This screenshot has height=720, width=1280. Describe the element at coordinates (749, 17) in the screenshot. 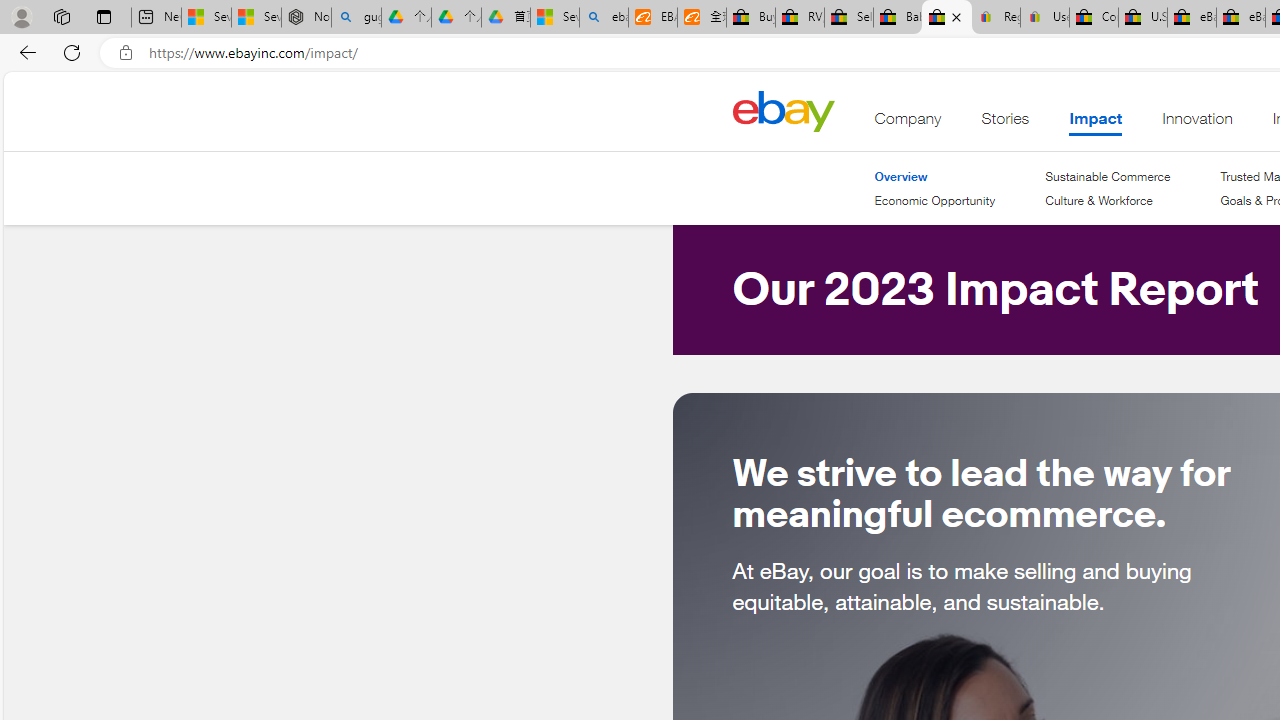

I see `'Buy Auto Parts & Accessories | eBay'` at that location.